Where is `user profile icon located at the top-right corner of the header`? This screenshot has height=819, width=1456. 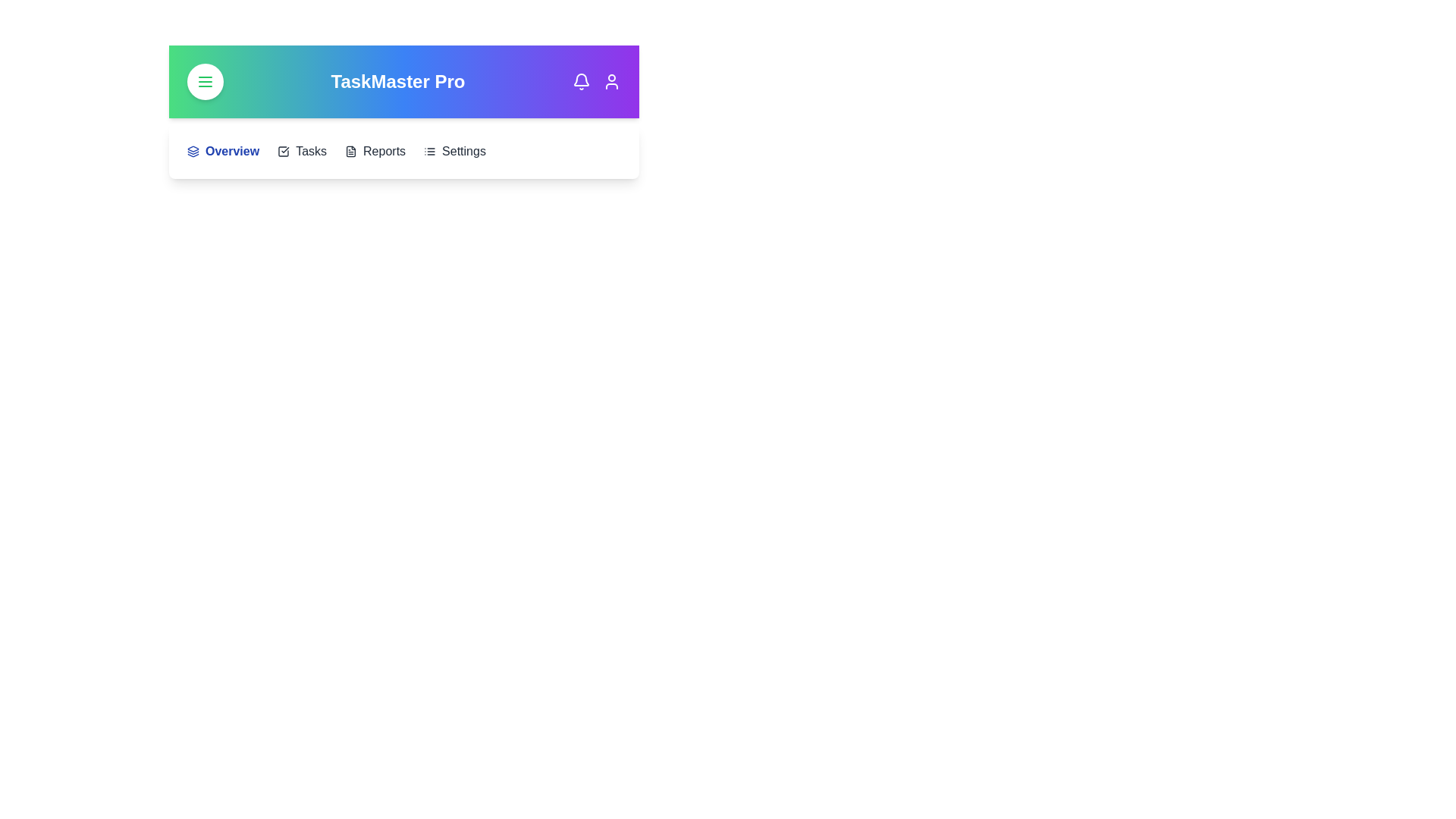
user profile icon located at the top-right corner of the header is located at coordinates (611, 82).